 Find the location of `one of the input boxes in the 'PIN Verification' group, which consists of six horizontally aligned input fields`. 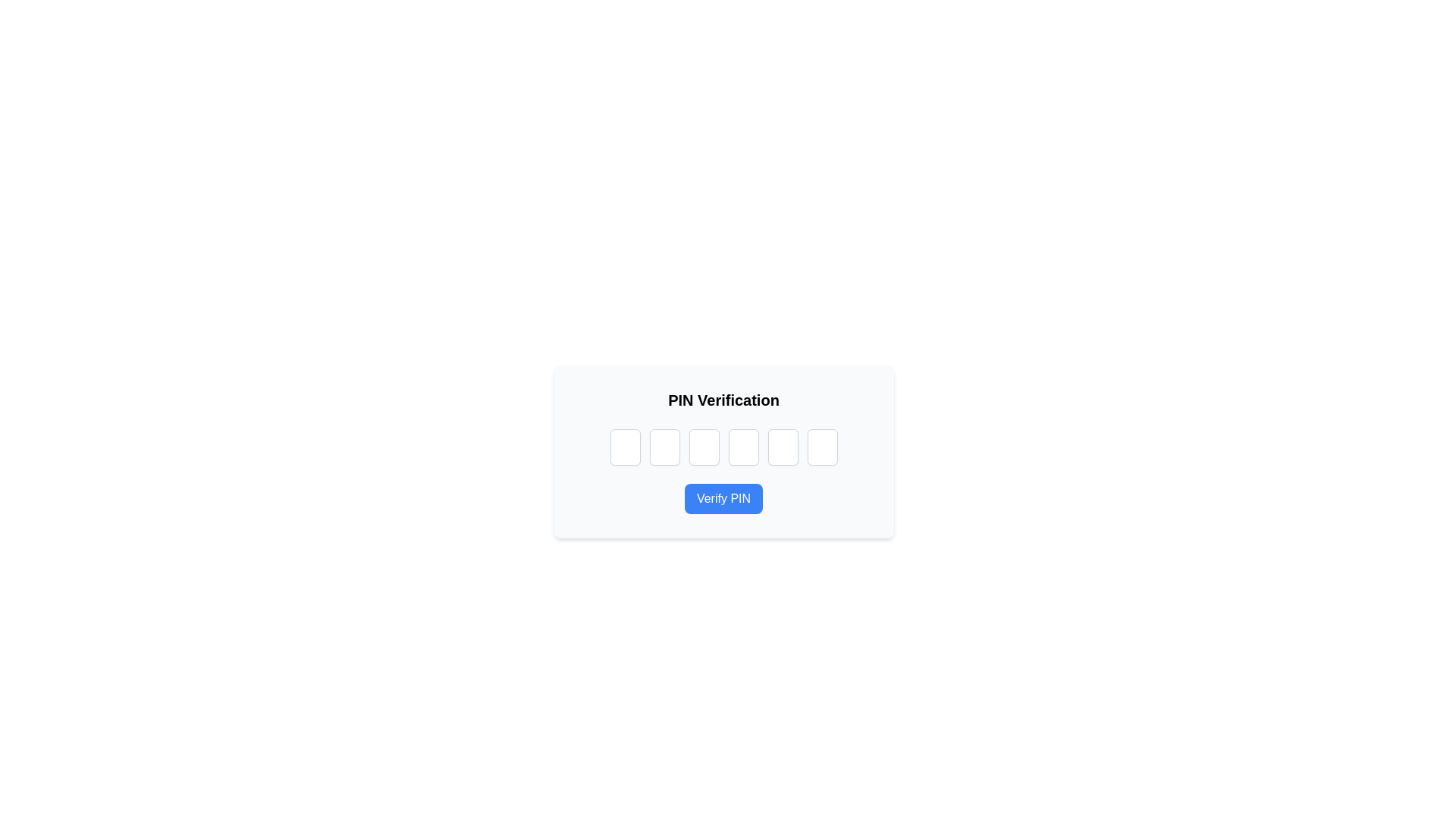

one of the input boxes in the 'PIN Verification' group, which consists of six horizontally aligned input fields is located at coordinates (723, 447).